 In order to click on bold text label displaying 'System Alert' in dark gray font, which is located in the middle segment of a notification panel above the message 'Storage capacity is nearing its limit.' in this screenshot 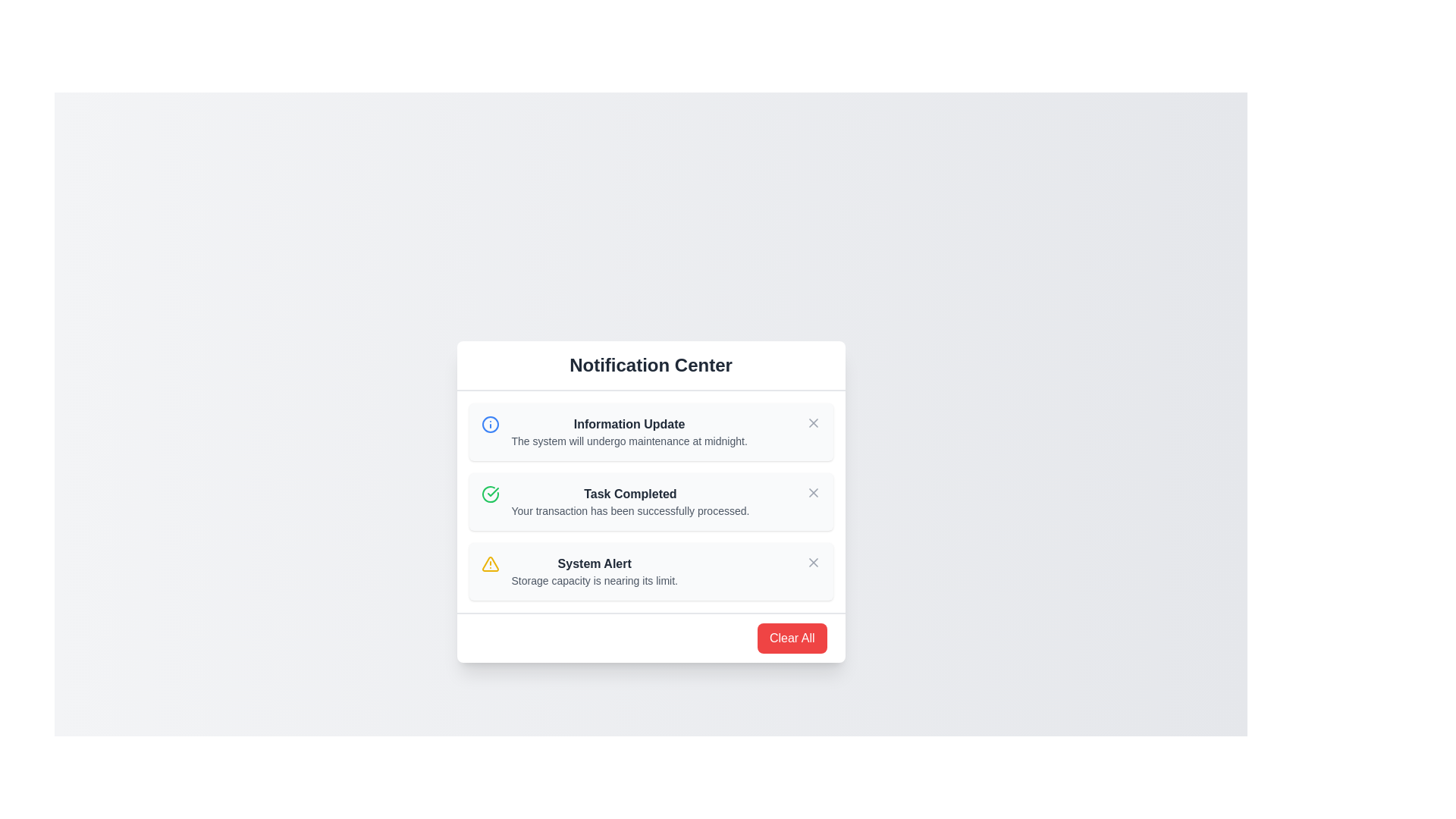, I will do `click(594, 564)`.